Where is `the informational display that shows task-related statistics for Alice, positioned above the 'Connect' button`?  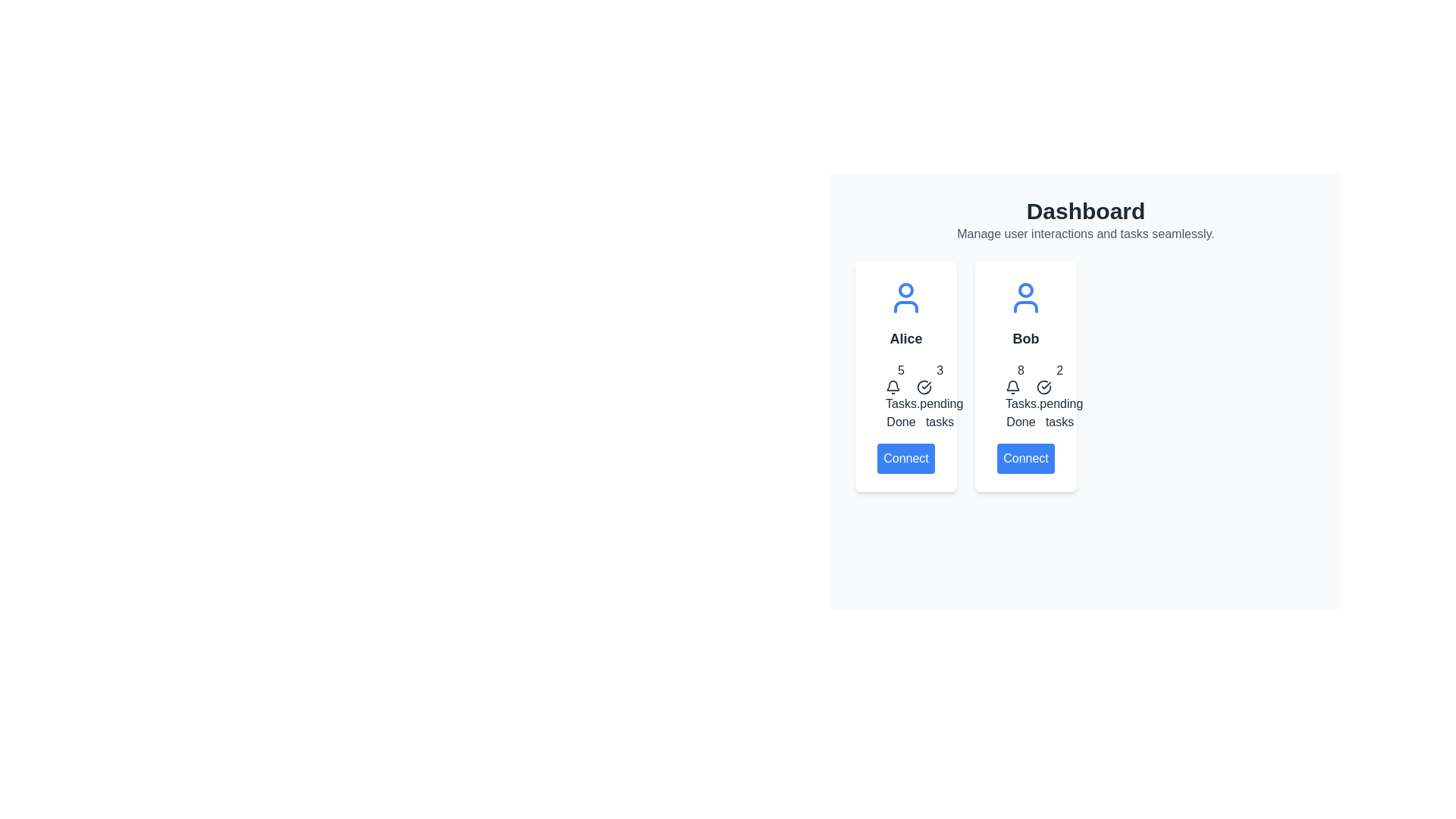
the informational display that shows task-related statistics for Alice, positioned above the 'Connect' button is located at coordinates (906, 396).